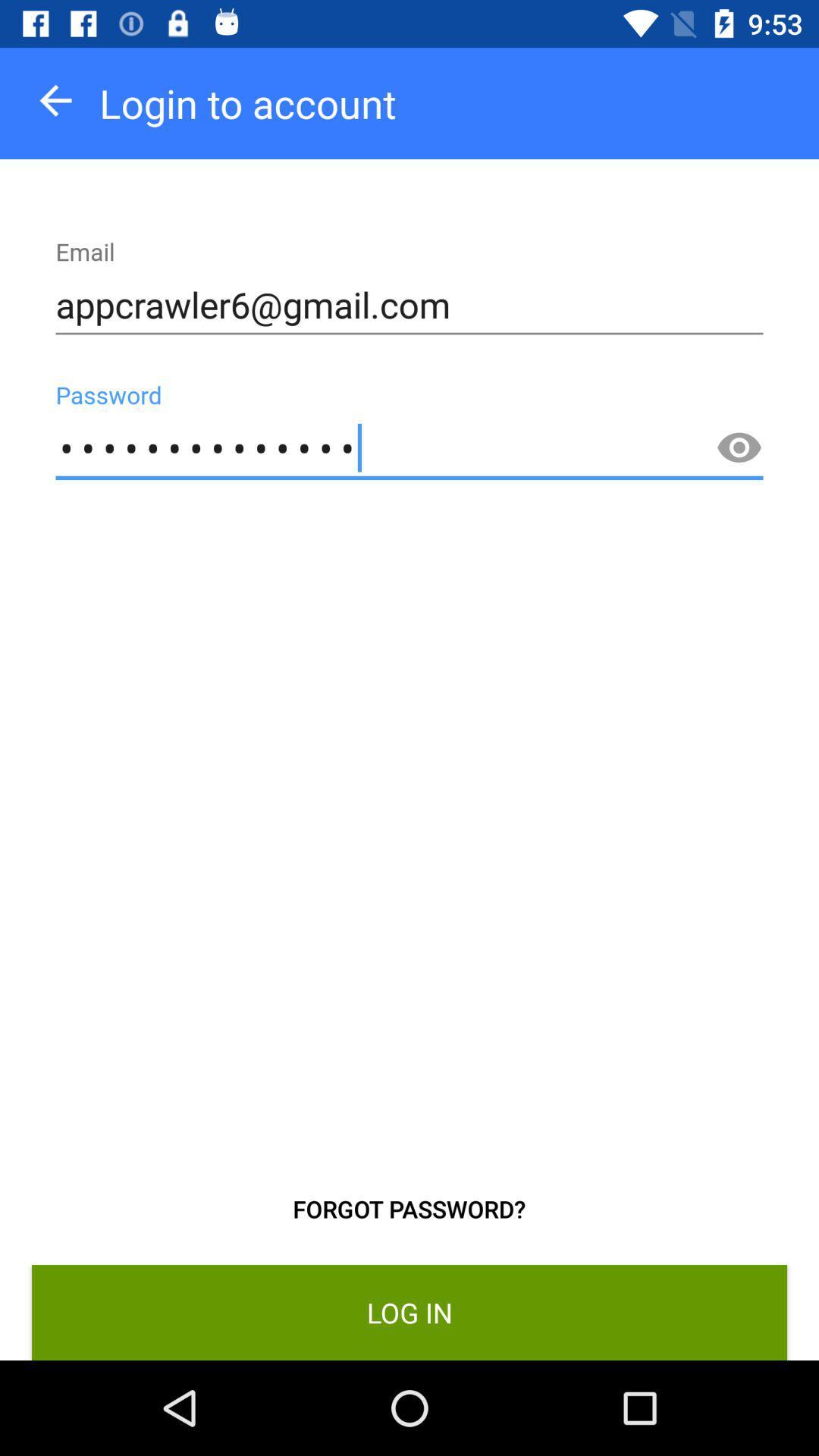  Describe the element at coordinates (739, 447) in the screenshot. I see `the icon above the log in` at that location.